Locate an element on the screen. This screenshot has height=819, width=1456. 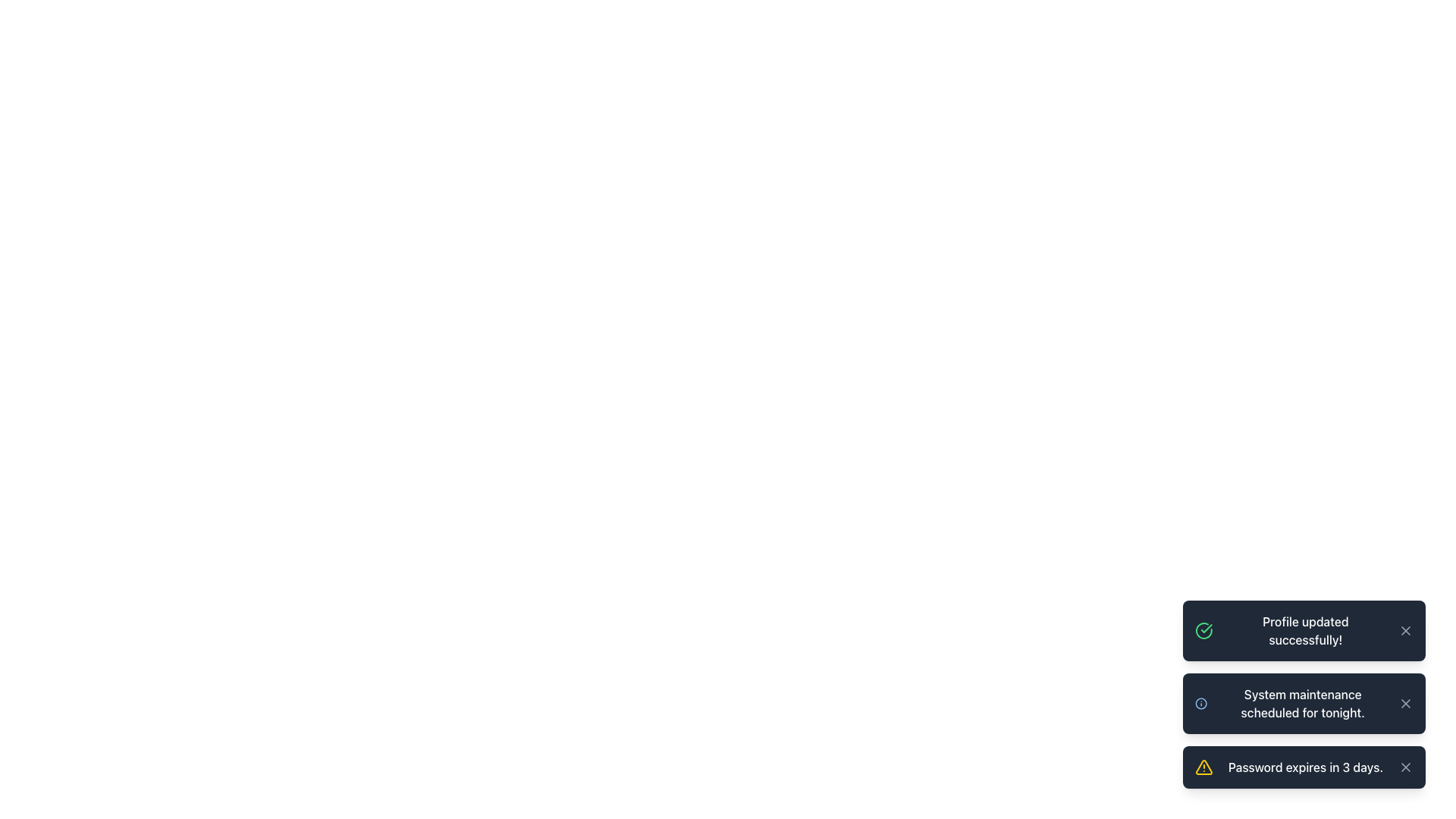
the close button located in the top-right corner of the notification card that dismisses the message 'System maintenance scheduled for tonight.' is located at coordinates (1404, 704).